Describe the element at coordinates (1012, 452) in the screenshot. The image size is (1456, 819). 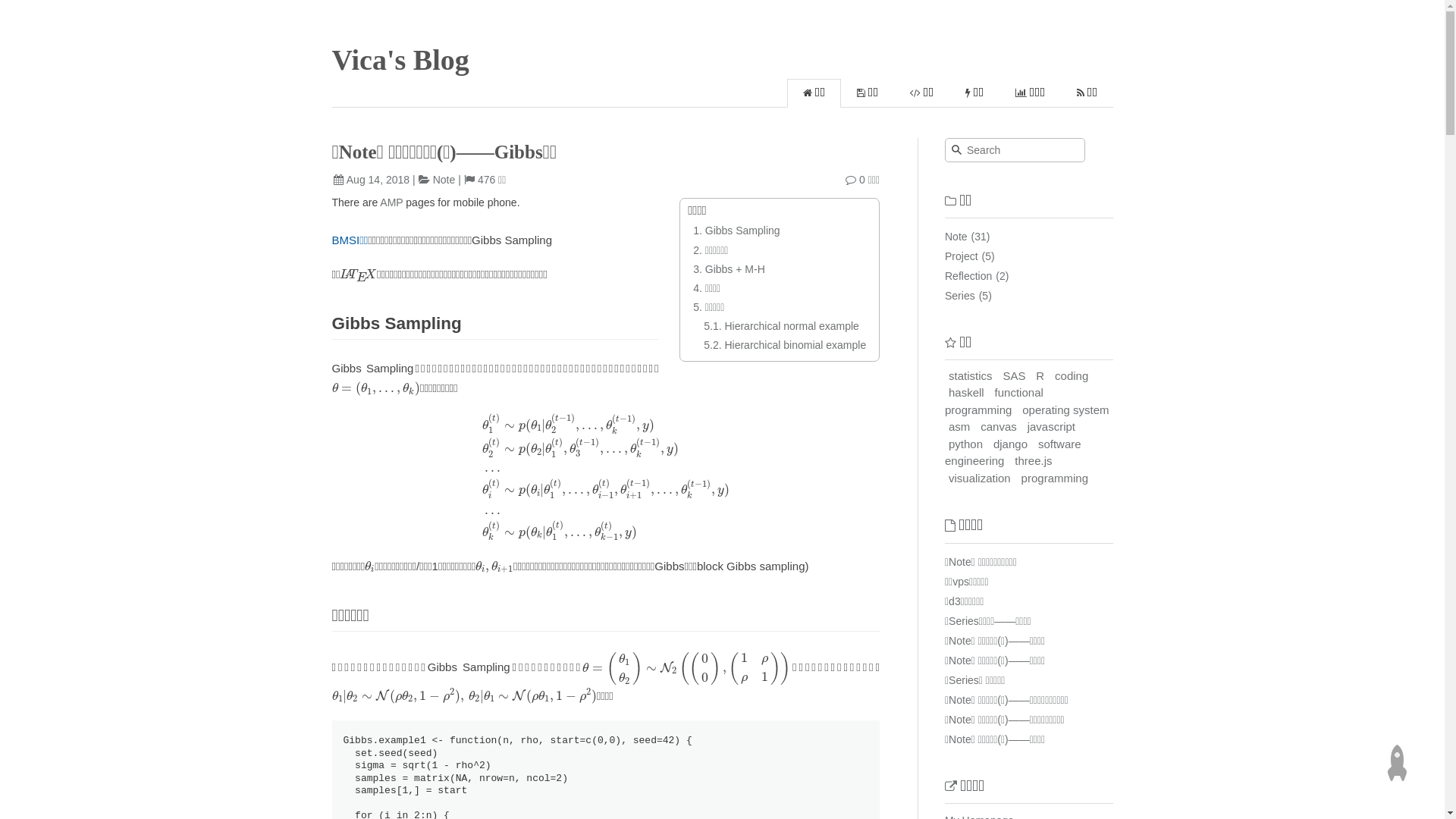
I see `'software engineering'` at that location.